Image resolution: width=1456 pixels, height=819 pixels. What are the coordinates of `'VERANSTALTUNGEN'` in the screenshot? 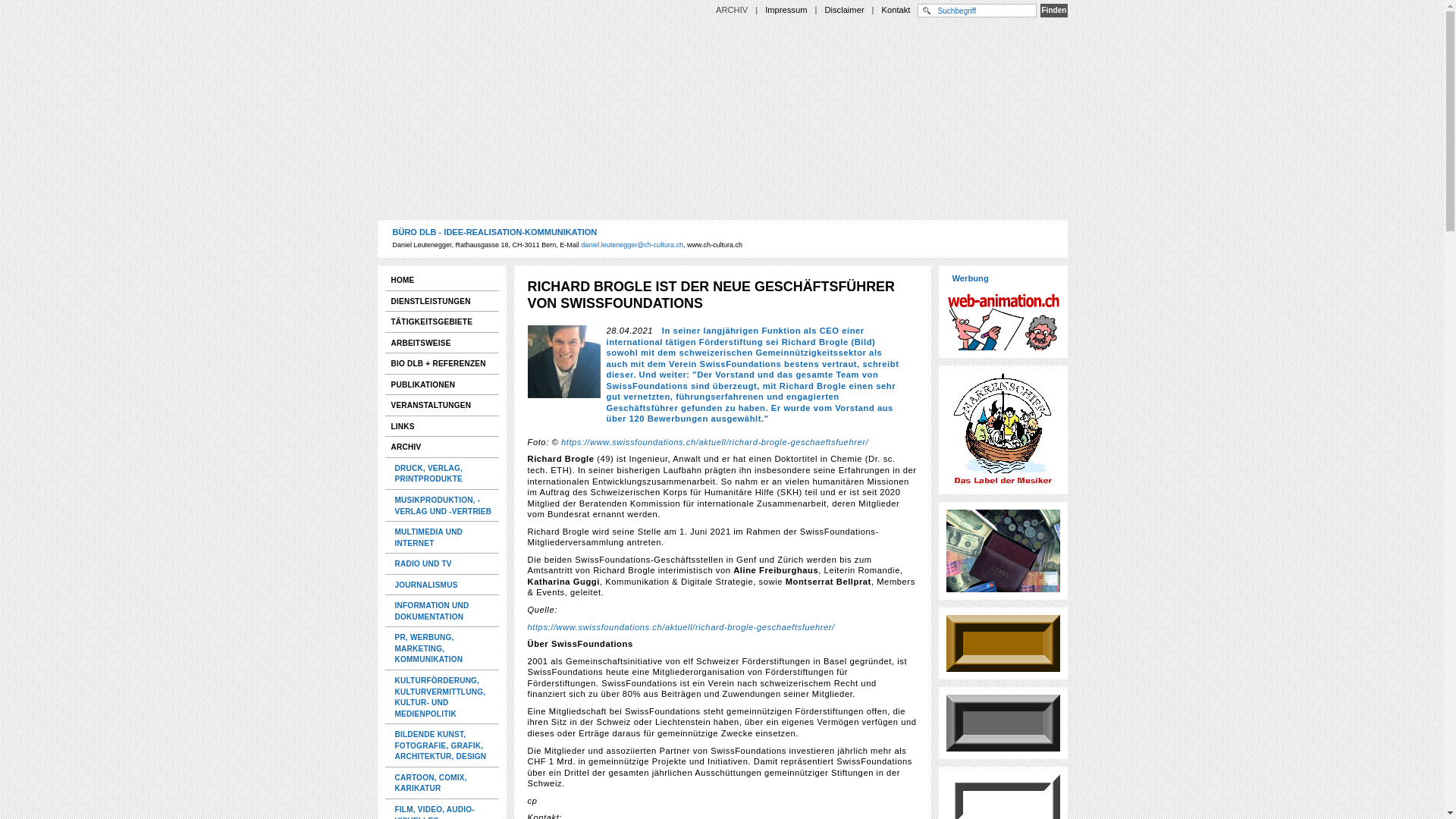 It's located at (385, 404).